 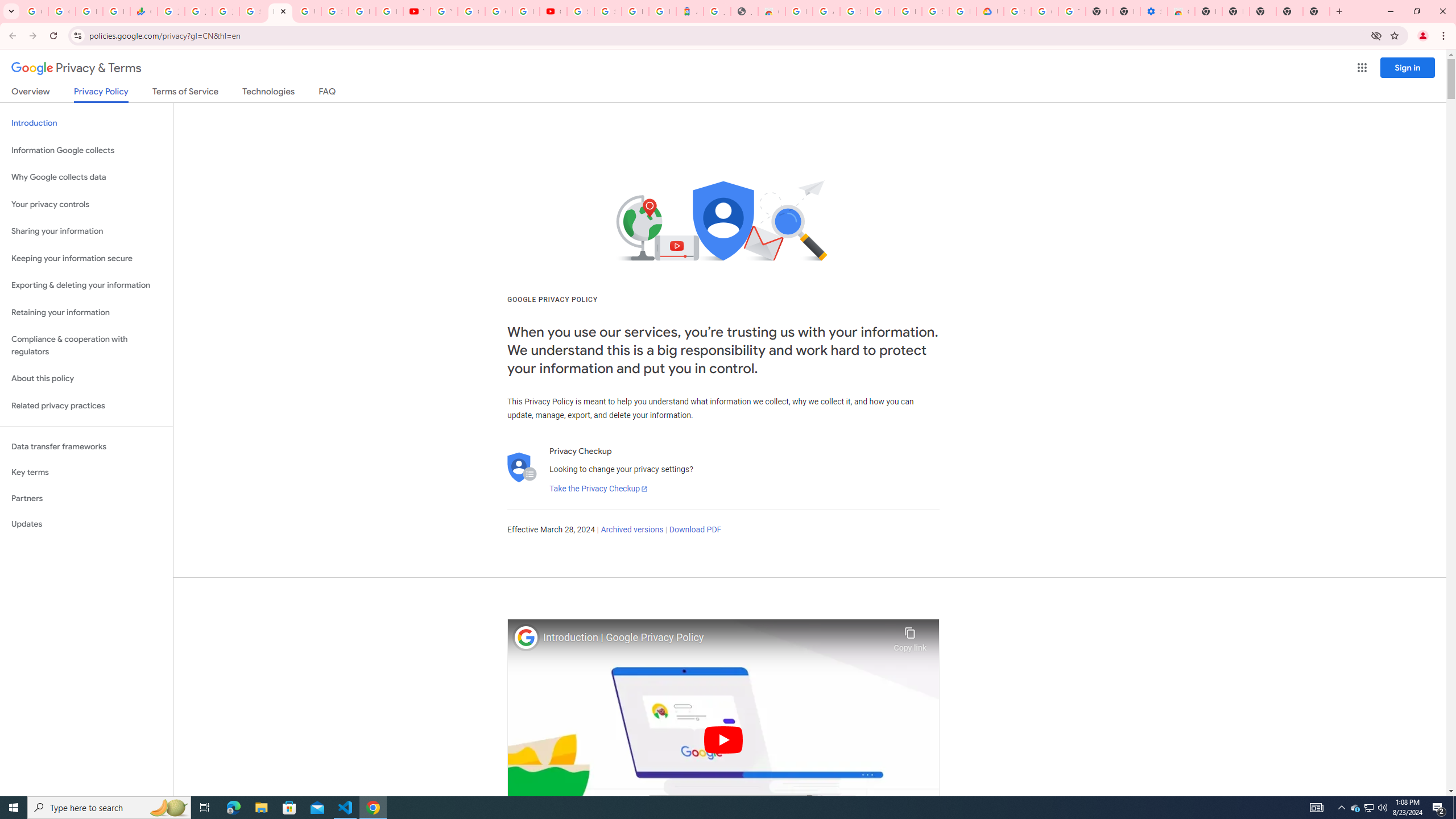 What do you see at coordinates (1180, 11) in the screenshot?
I see `'Chrome Web Store - Accessibility extensions'` at bounding box center [1180, 11].